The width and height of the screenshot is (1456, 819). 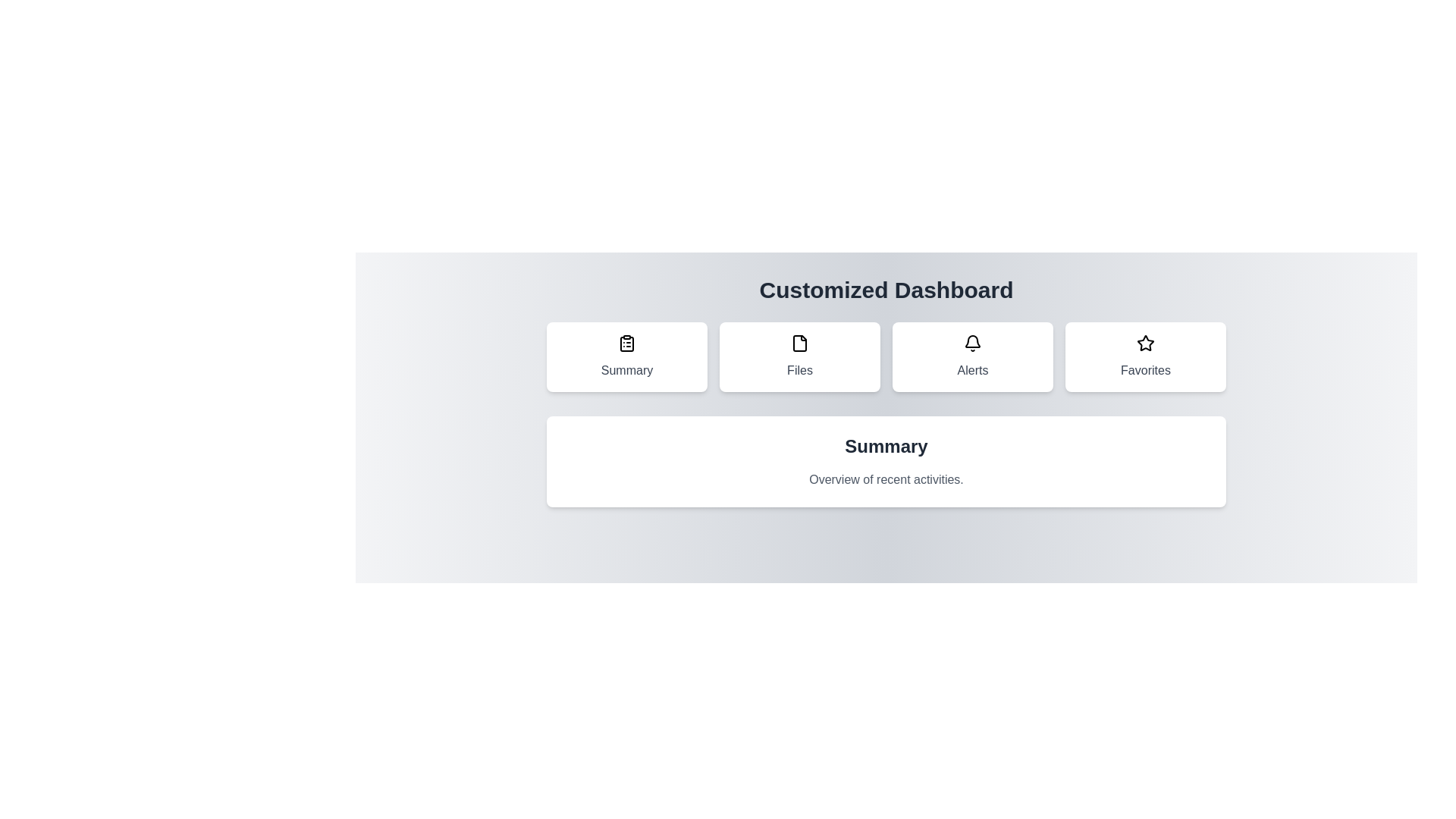 I want to click on the 'Summary' button, which is styled as a card with a white background and contains a clipboard icon at the top, so click(x=626, y=356).